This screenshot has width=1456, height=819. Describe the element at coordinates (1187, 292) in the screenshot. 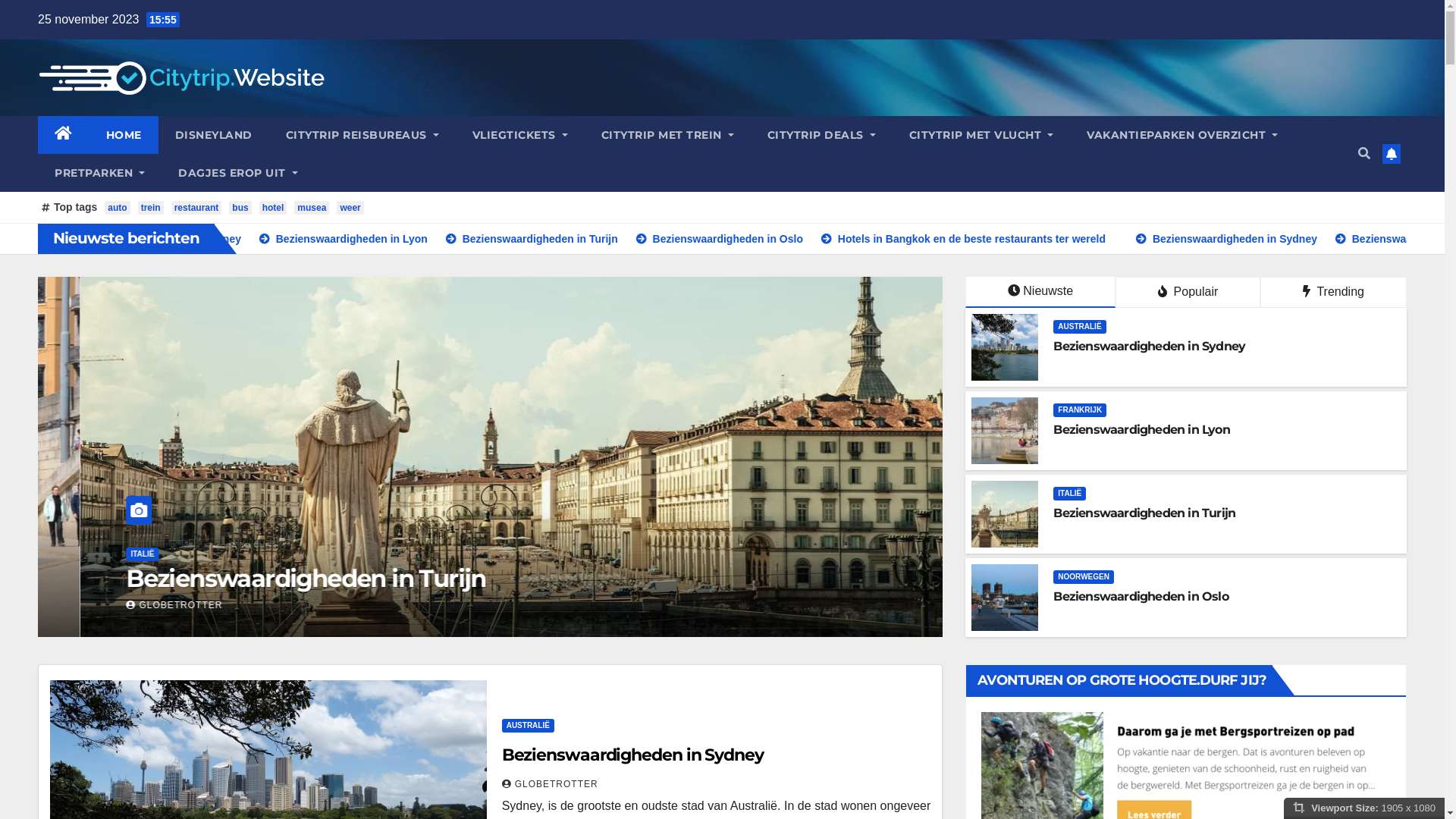

I see `'Populair'` at that location.